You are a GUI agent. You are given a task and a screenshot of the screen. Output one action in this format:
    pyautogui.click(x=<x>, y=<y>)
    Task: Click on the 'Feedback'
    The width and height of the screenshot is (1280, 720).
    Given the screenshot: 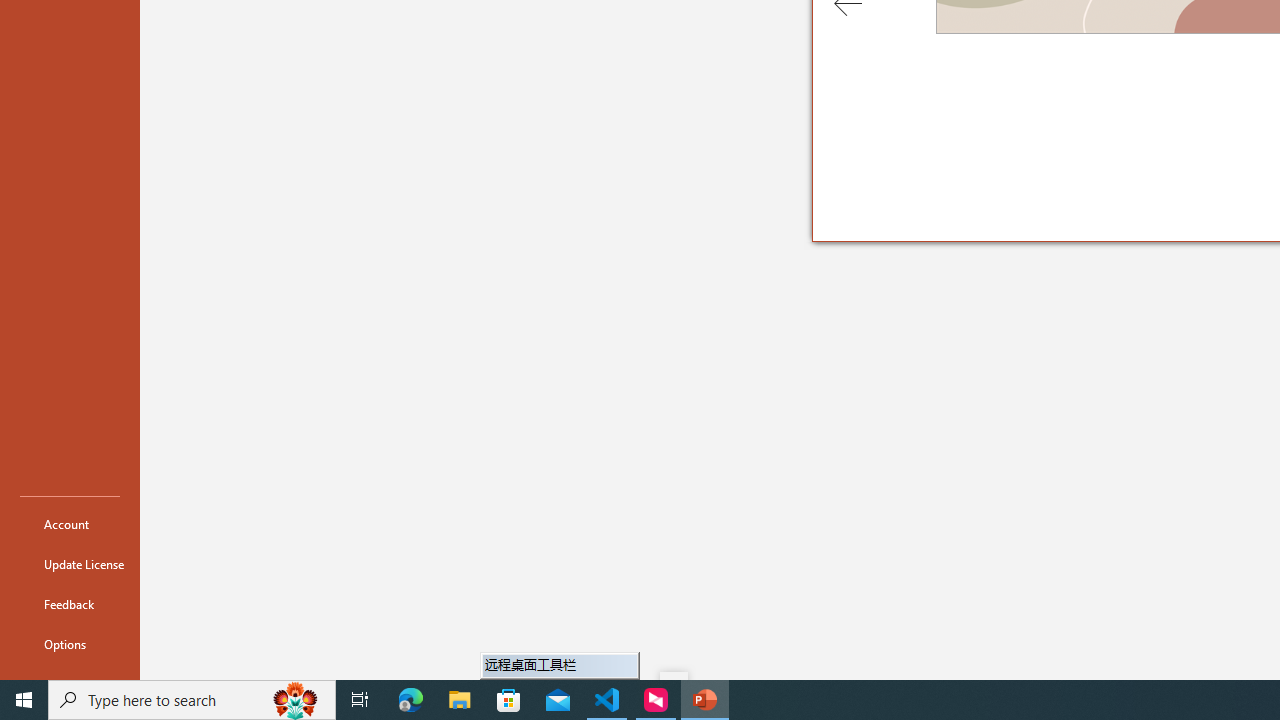 What is the action you would take?
    pyautogui.click(x=69, y=603)
    